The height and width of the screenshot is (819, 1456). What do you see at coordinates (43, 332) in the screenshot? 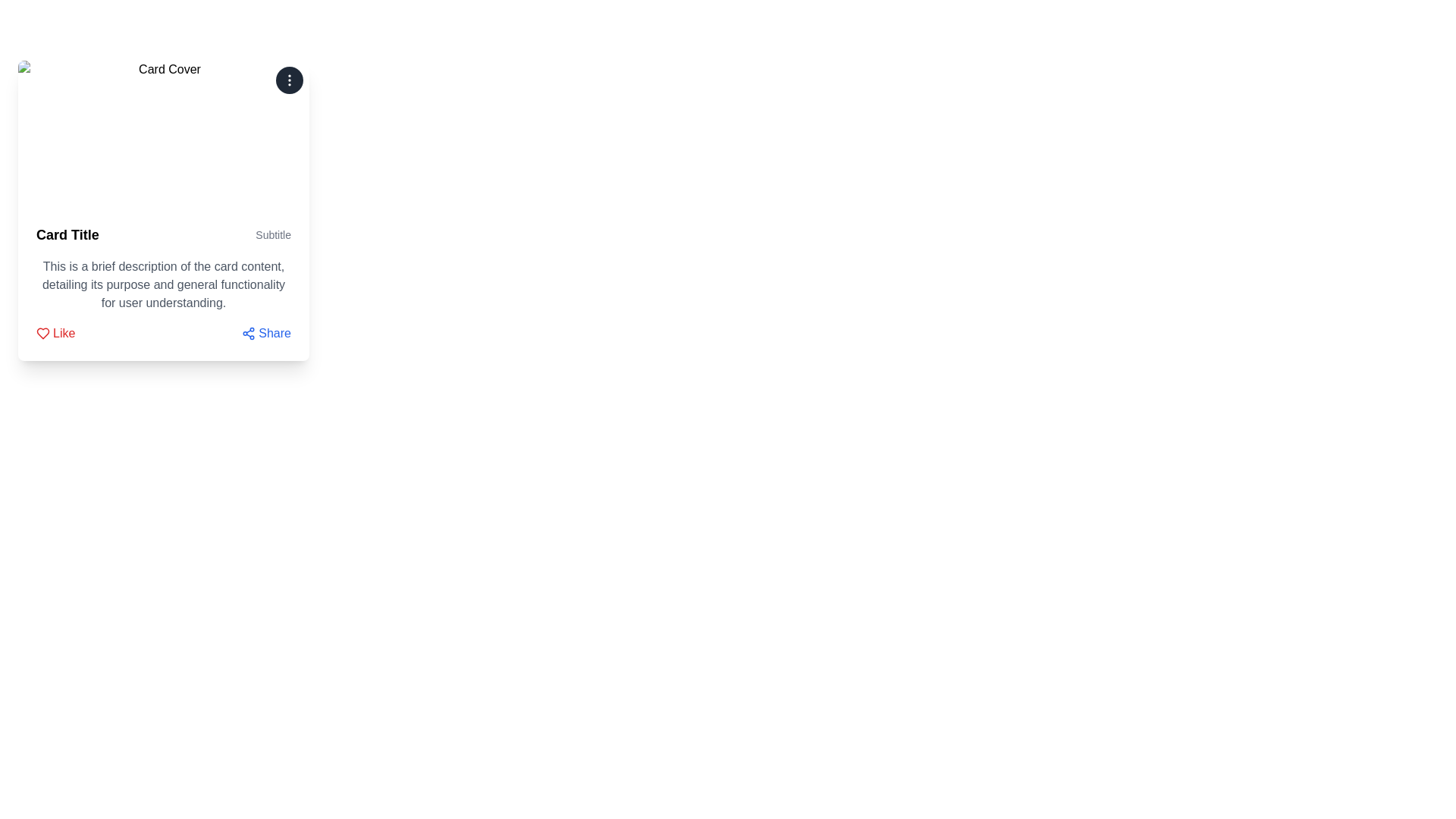
I see `the heart-shaped icon located in the bottom-left corner of the card layout` at bounding box center [43, 332].